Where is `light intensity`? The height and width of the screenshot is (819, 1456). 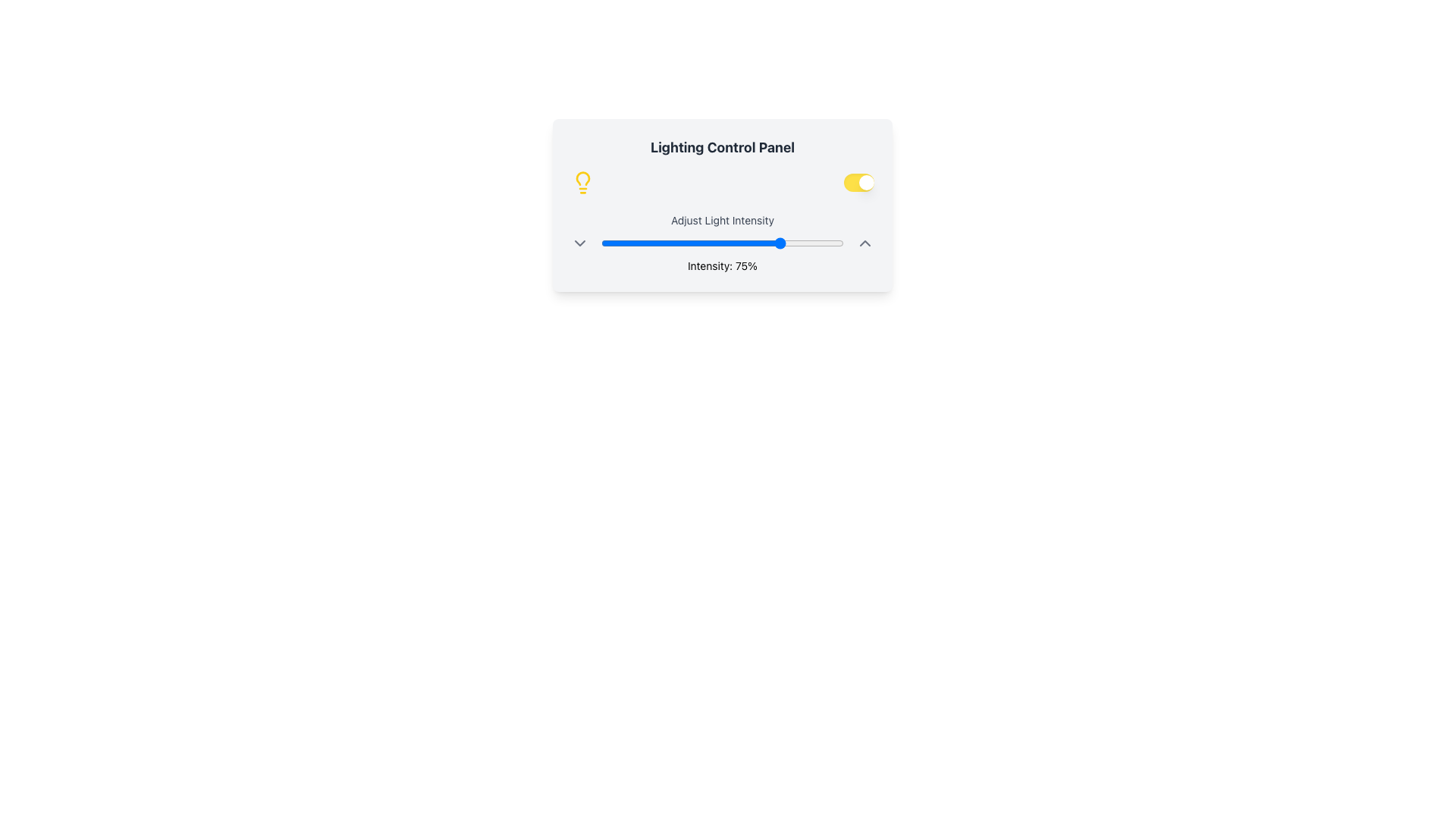
light intensity is located at coordinates (811, 242).